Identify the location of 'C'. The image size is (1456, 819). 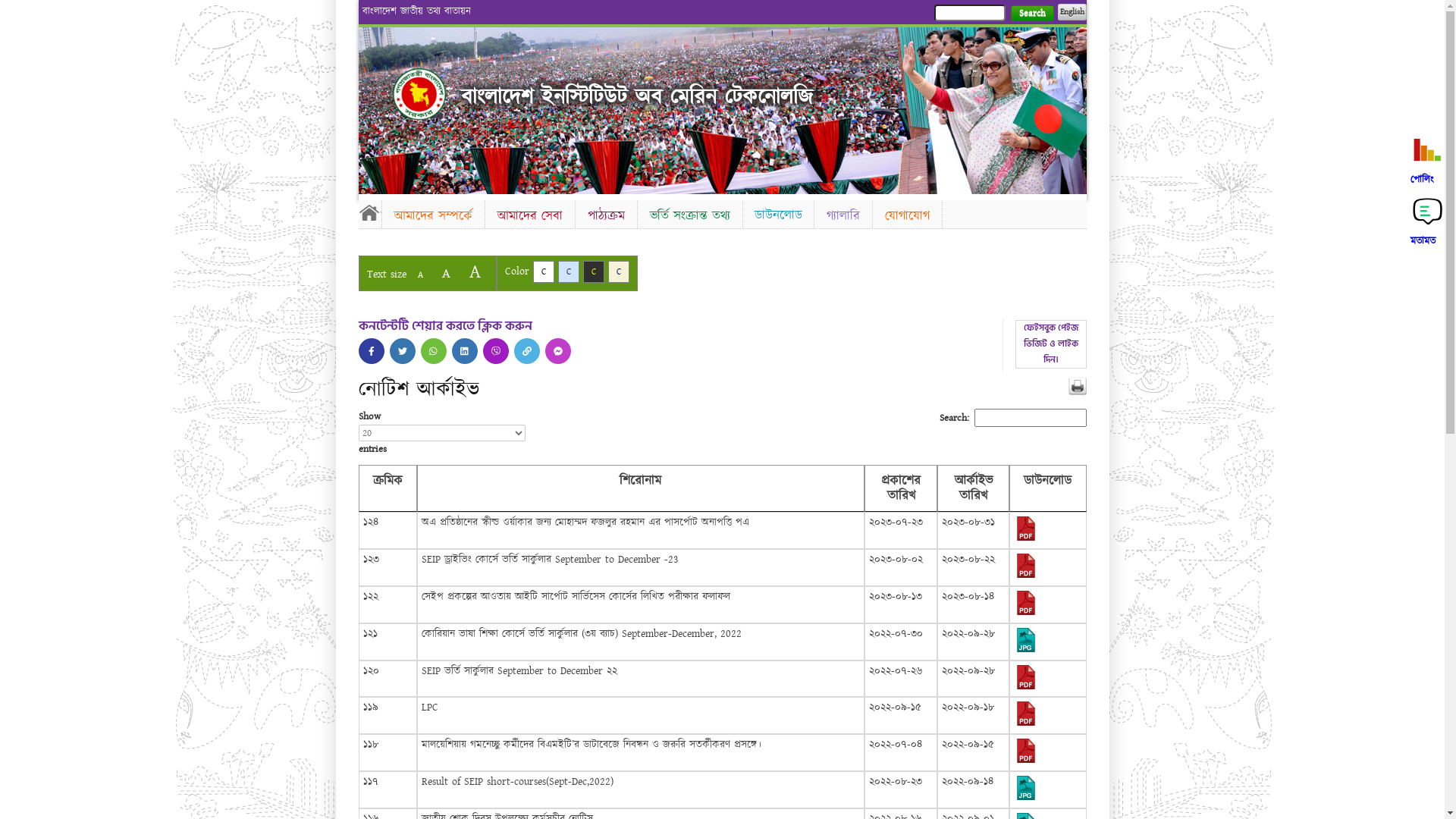
(619, 271).